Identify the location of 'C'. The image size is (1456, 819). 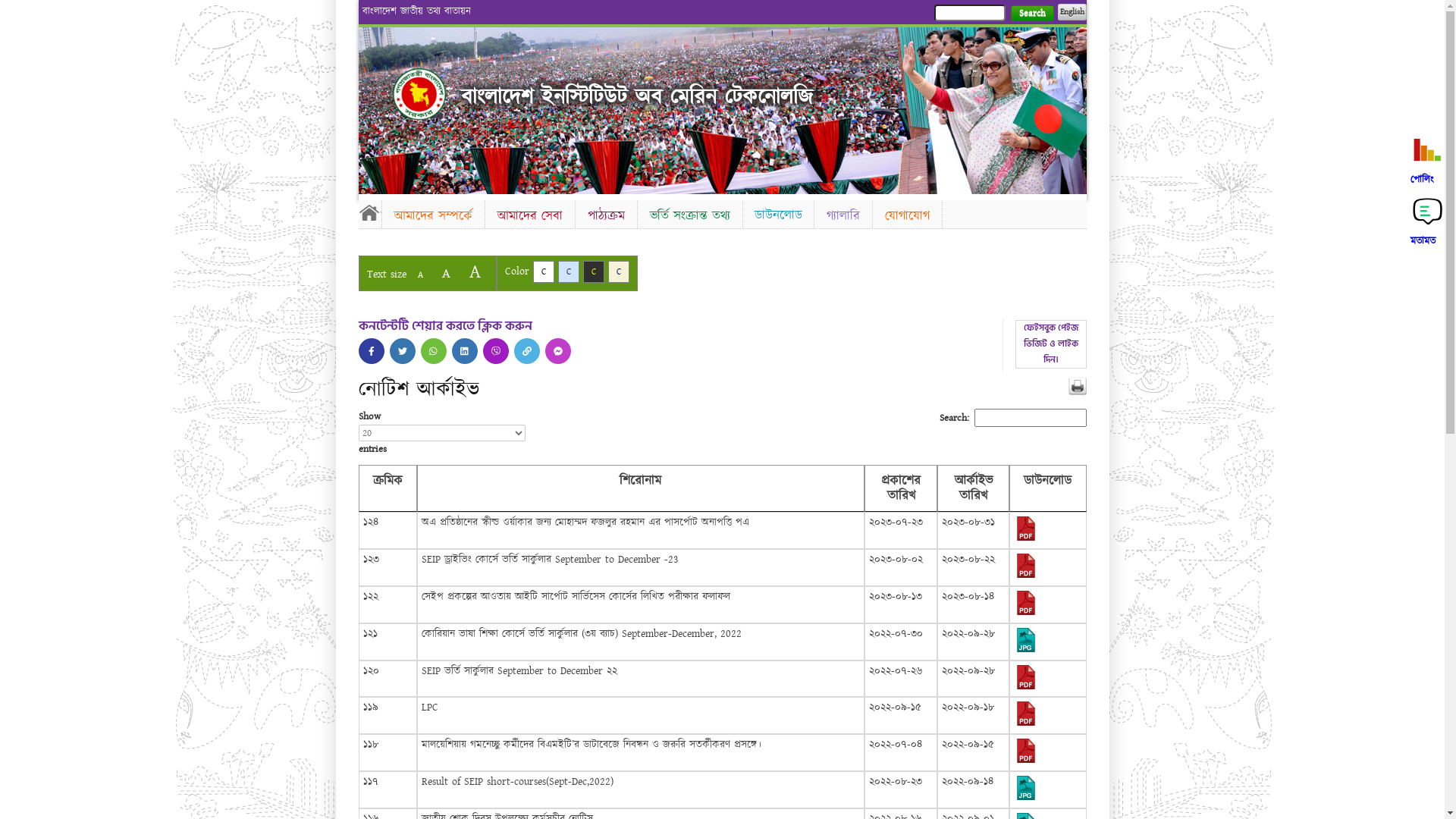
(619, 271).